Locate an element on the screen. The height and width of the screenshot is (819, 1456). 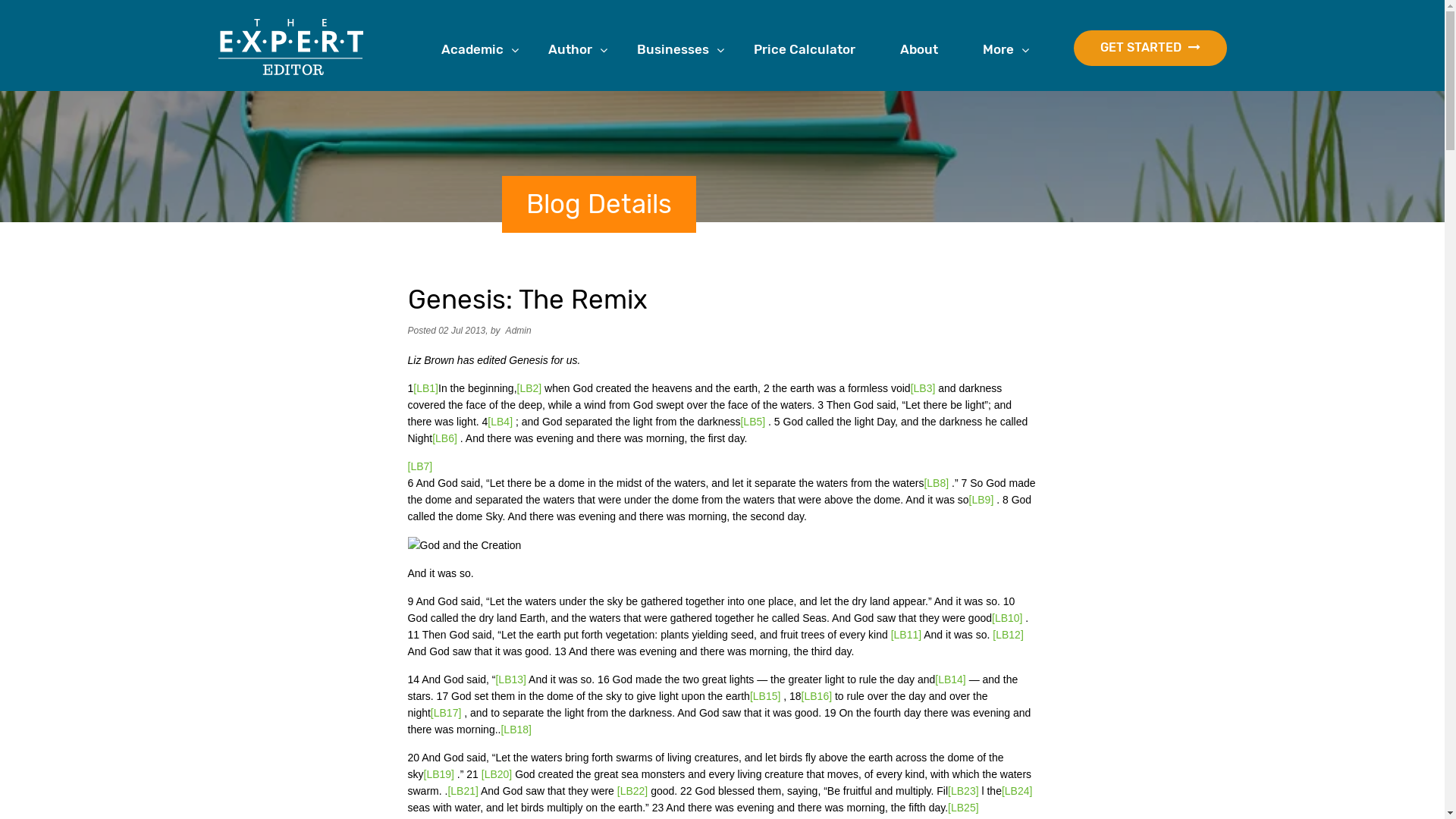
'Businesses' is located at coordinates (677, 49).